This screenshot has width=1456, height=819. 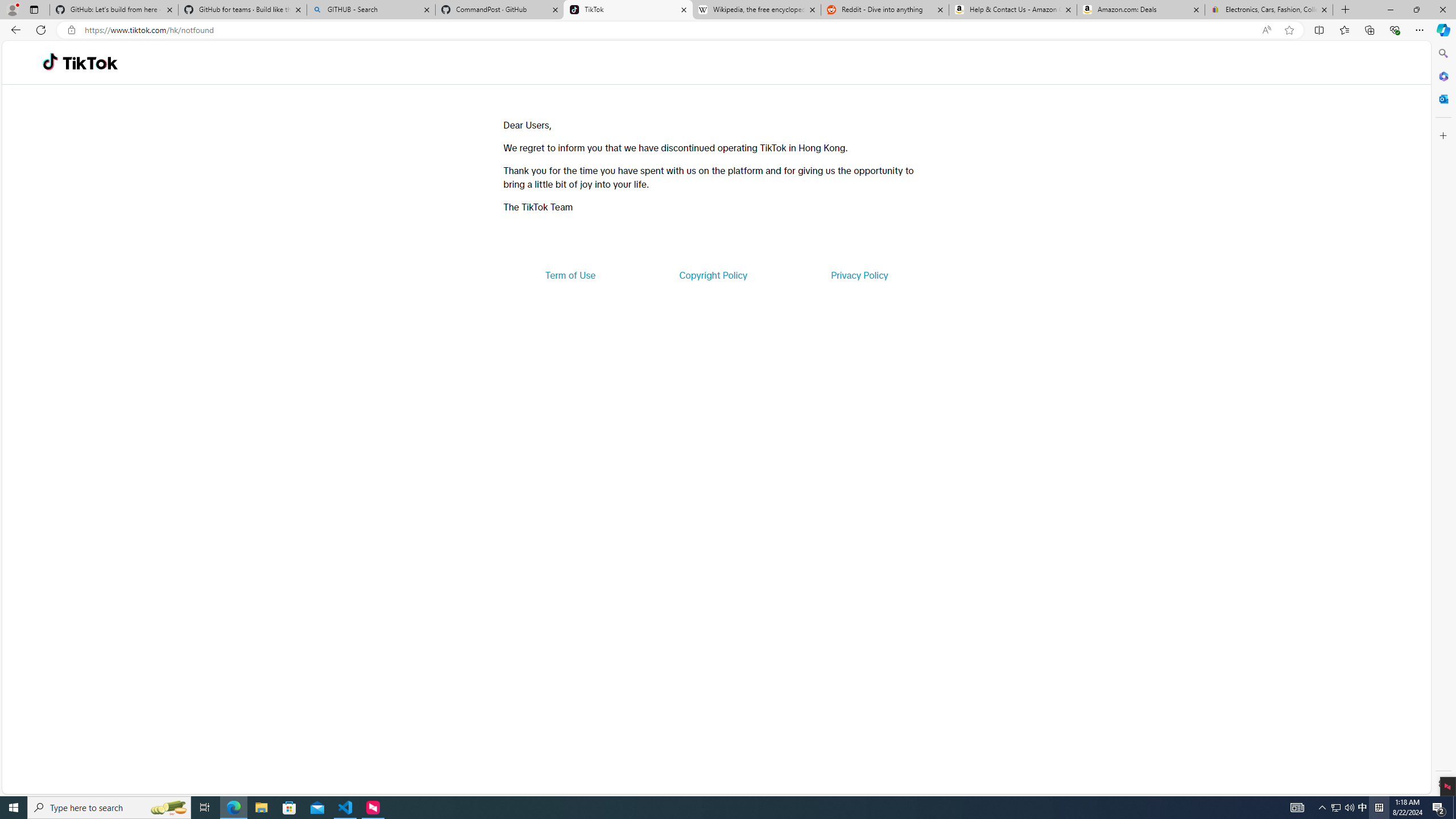 What do you see at coordinates (1289, 30) in the screenshot?
I see `'Add this page to favorites (Ctrl+D)'` at bounding box center [1289, 30].